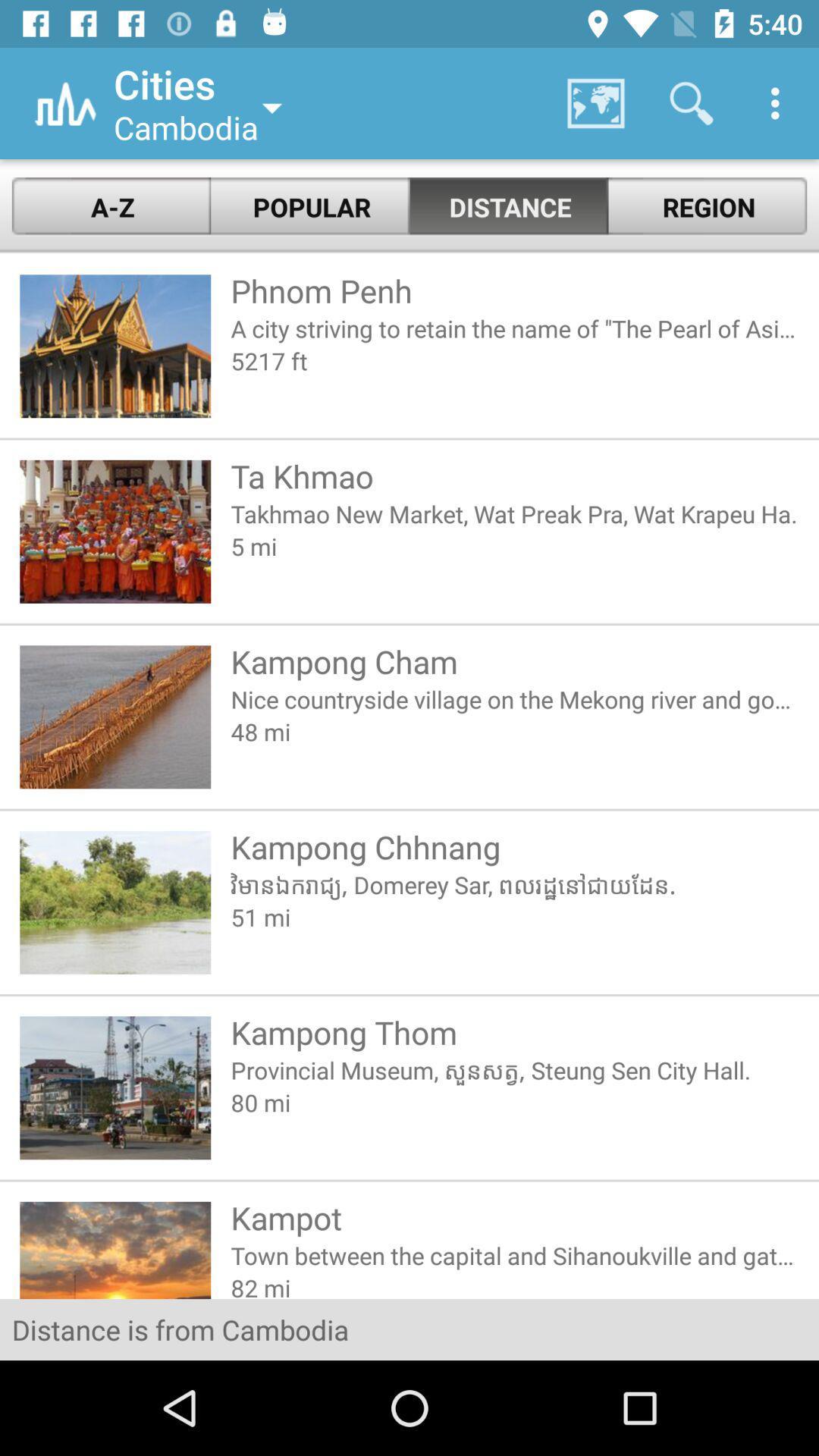  What do you see at coordinates (309, 206) in the screenshot?
I see `popular` at bounding box center [309, 206].